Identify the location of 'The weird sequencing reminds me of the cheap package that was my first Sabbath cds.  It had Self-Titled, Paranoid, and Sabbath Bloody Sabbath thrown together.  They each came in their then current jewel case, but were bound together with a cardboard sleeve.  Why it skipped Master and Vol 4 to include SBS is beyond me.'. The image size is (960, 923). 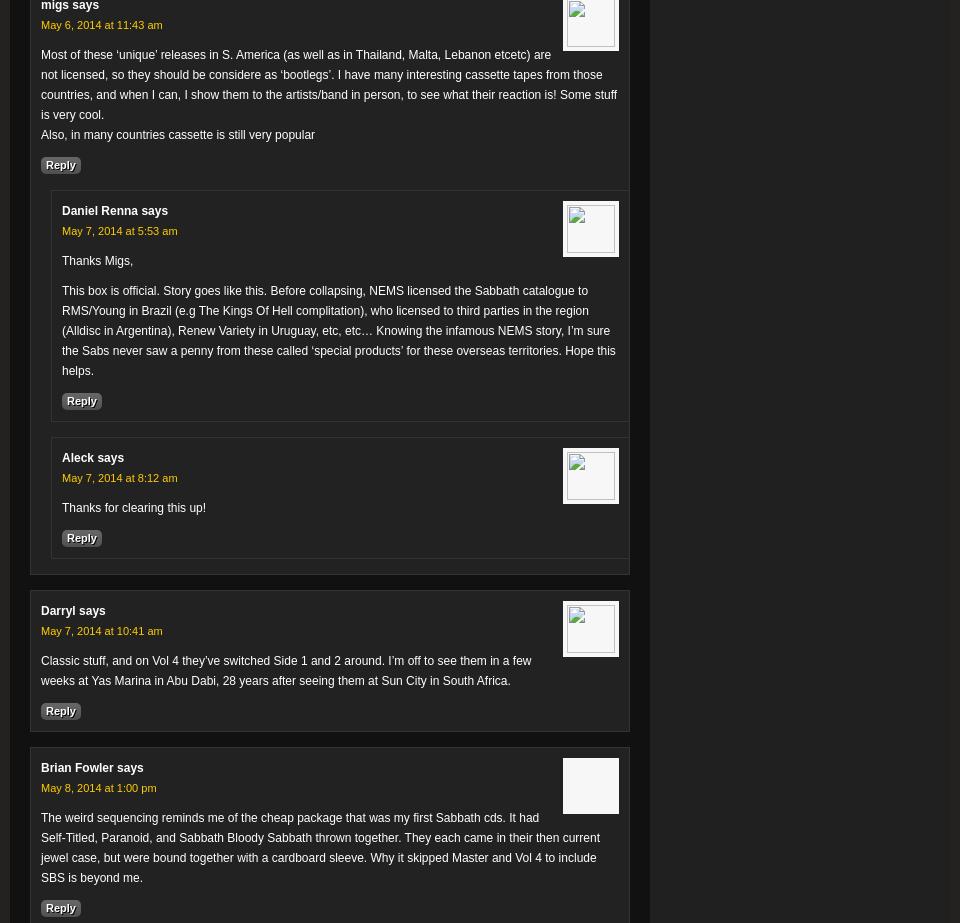
(320, 846).